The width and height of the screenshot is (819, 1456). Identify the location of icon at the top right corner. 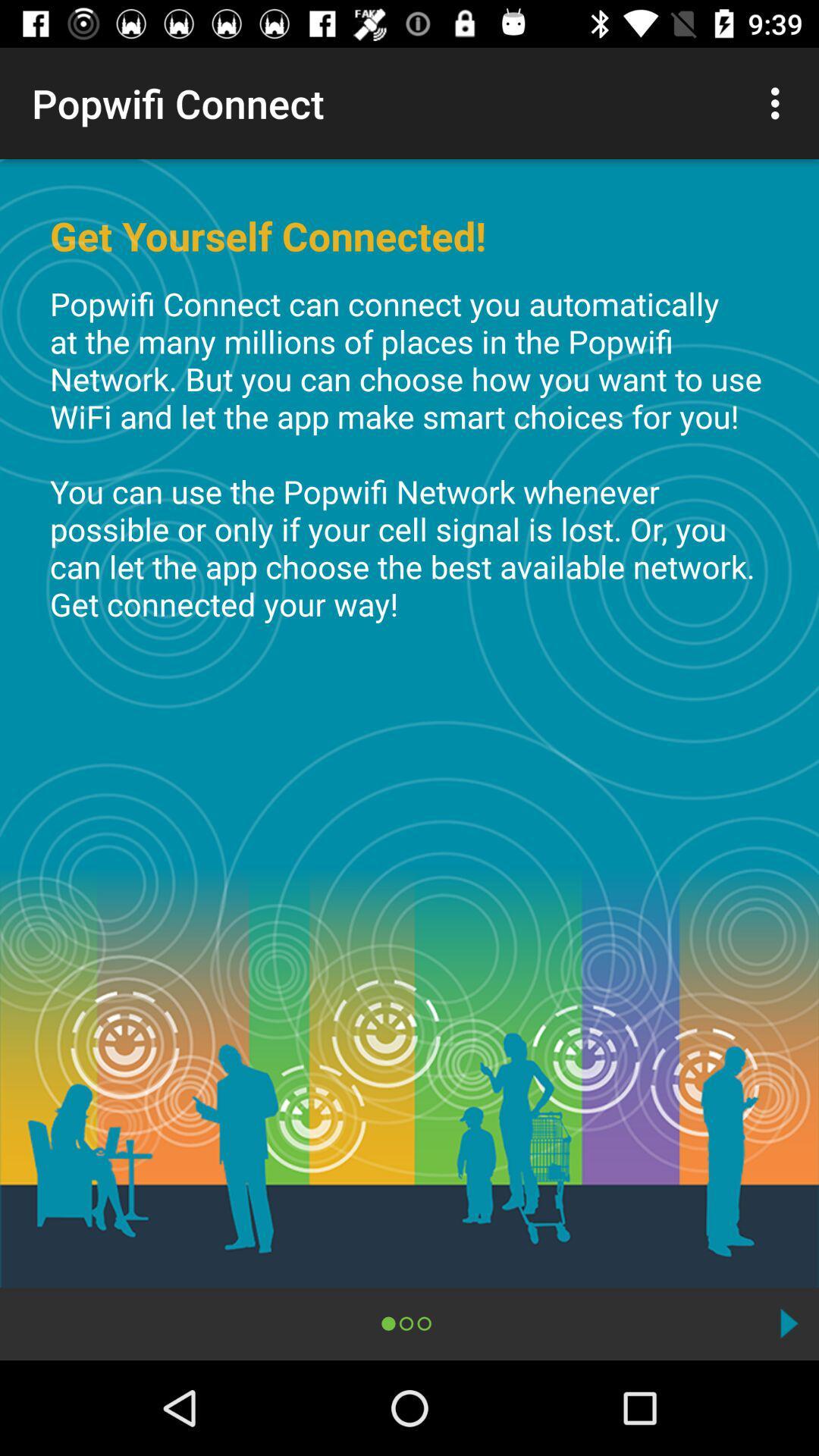
(779, 102).